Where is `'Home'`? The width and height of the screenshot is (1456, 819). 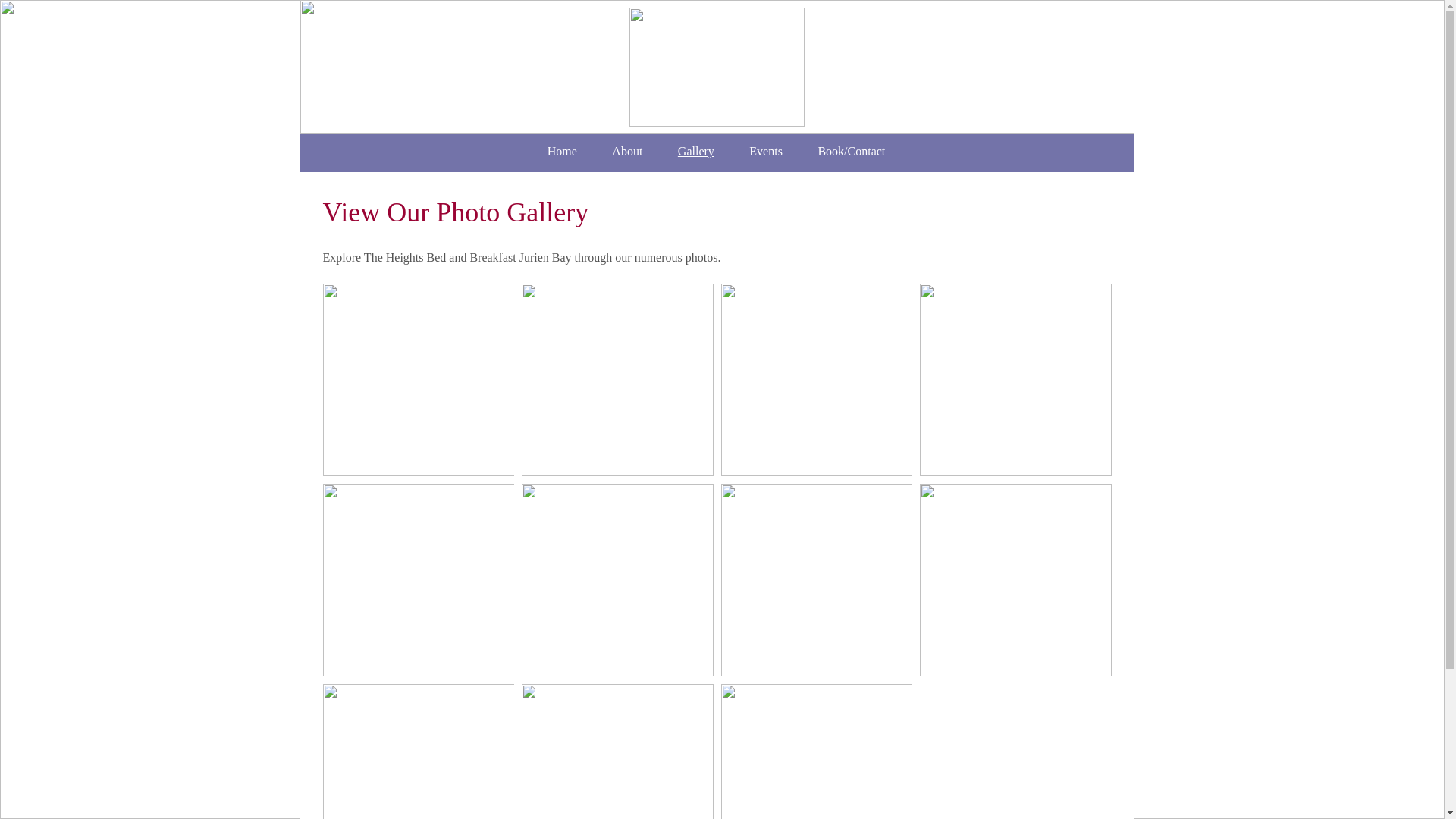
'Home' is located at coordinates (560, 152).